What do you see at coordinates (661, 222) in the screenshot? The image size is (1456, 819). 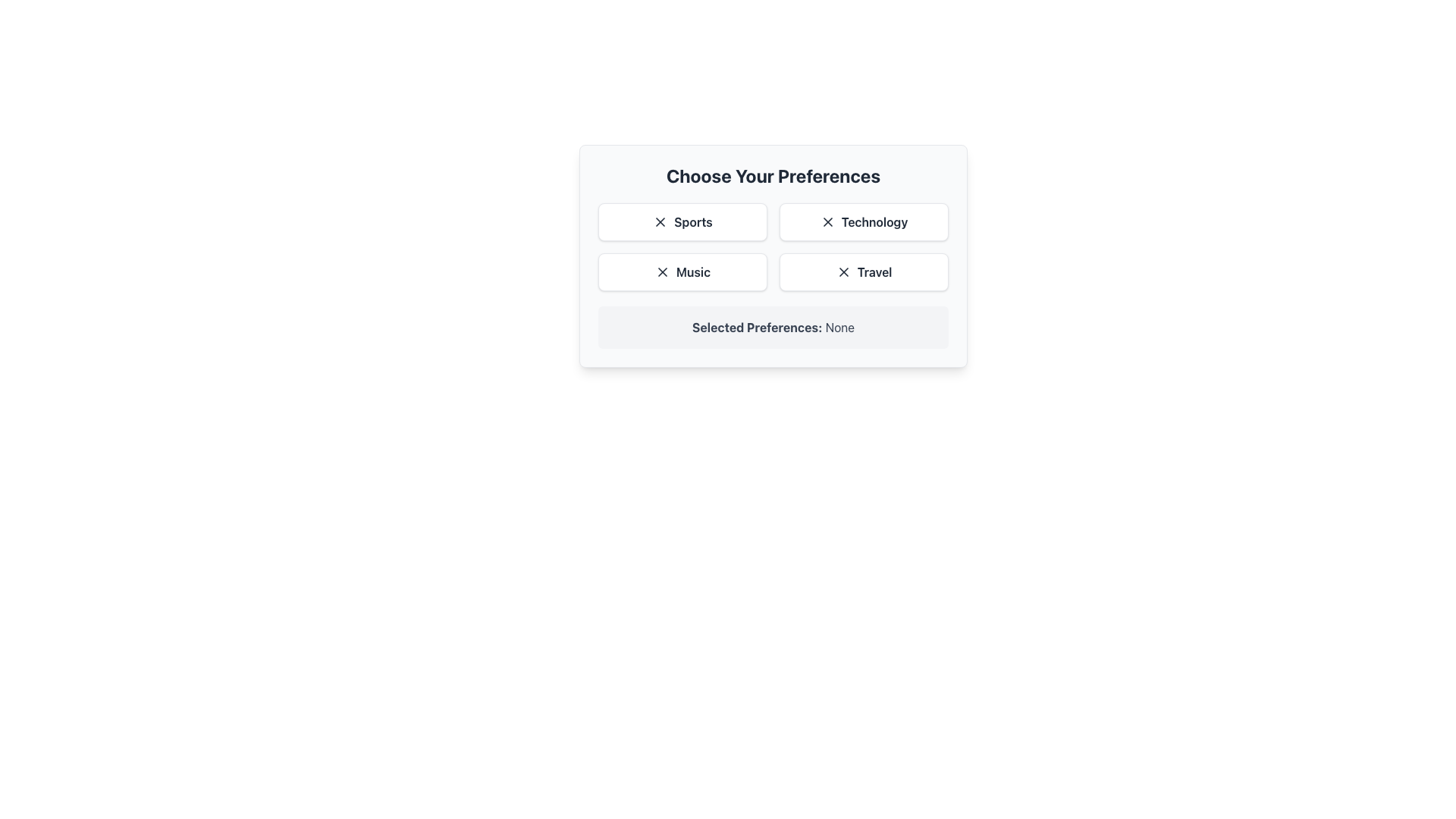 I see `the small 'X' icon located to the left of the 'Sports' button in the top-left corner among the group of four selectable buttons` at bounding box center [661, 222].